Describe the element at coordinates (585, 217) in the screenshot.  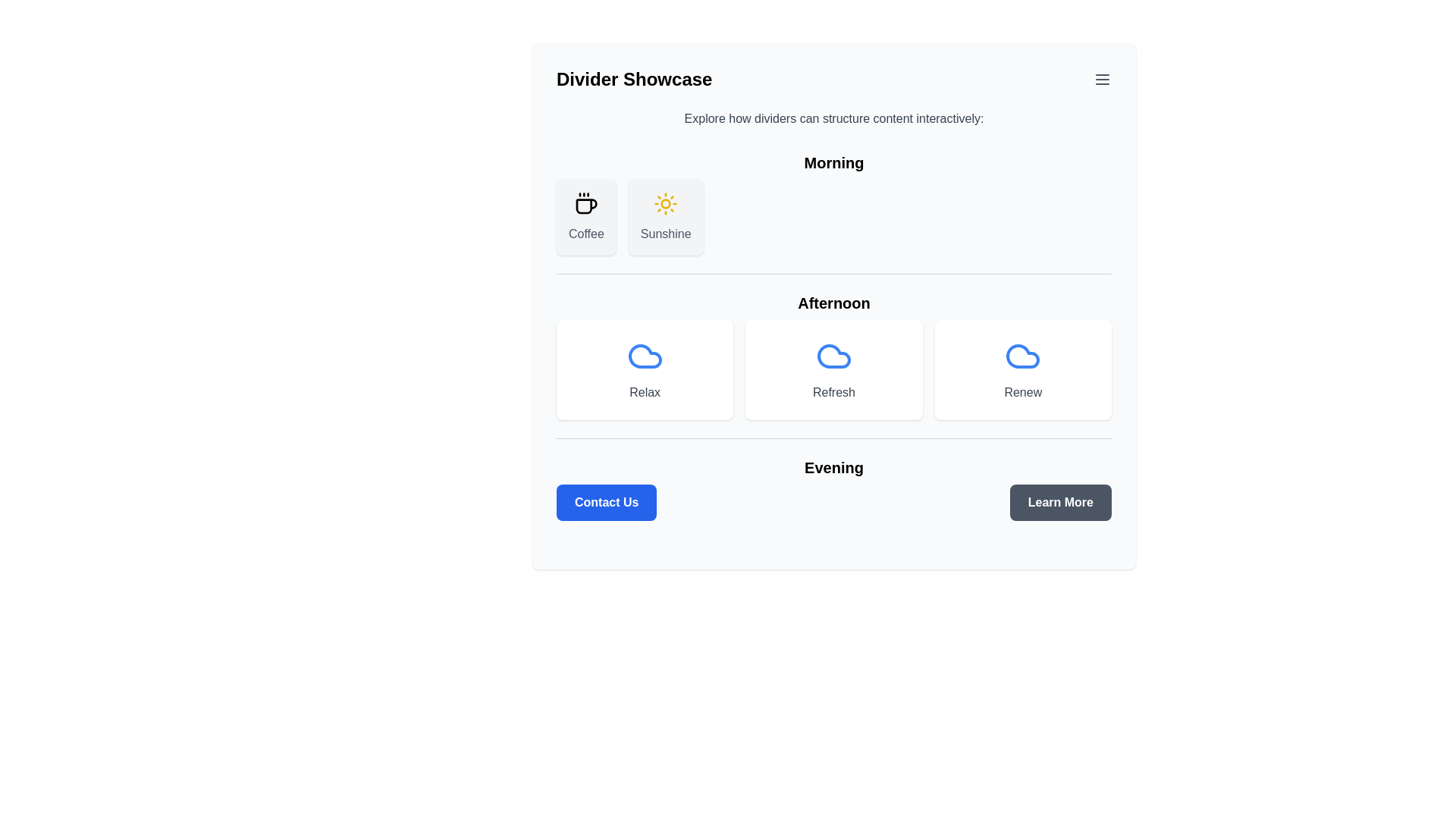
I see `the content of the 'Coffee' card, which is the first card in the 'Morning' section and provides informative content about coffee` at that location.